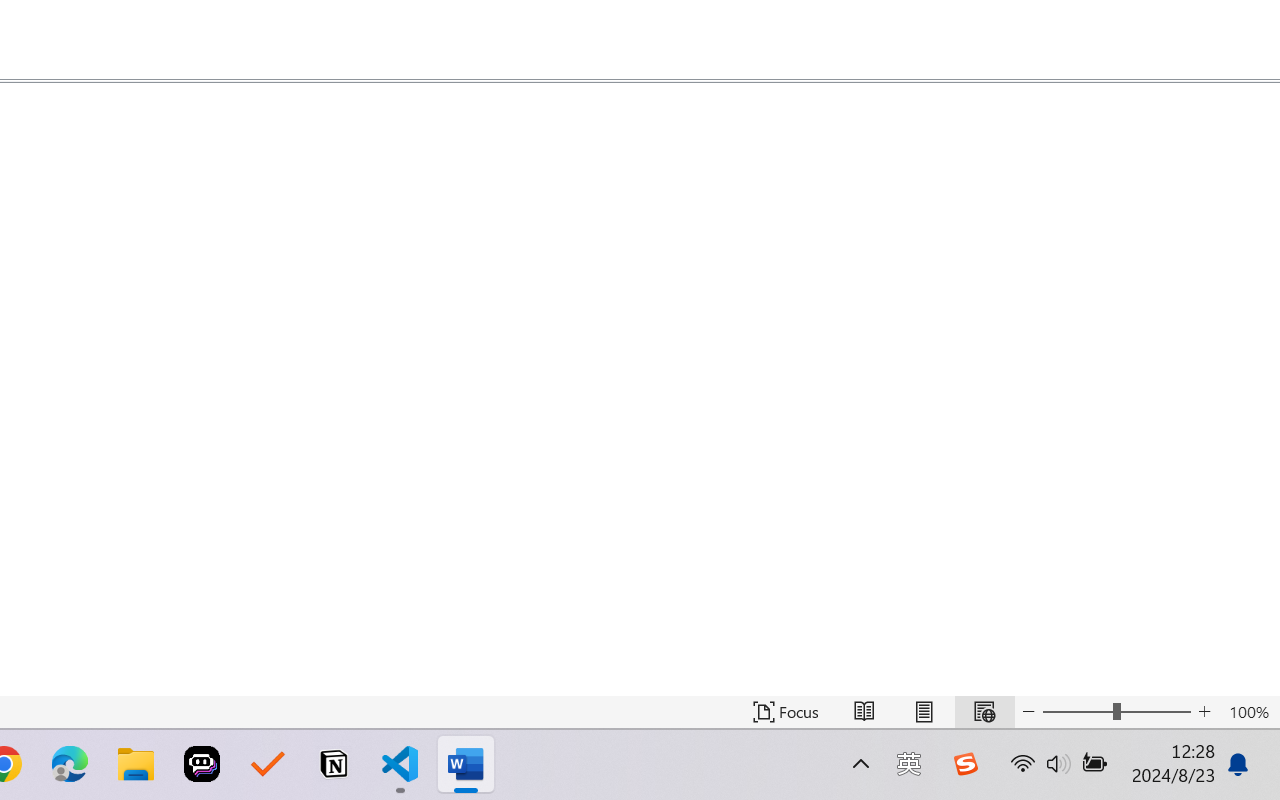 The image size is (1280, 800). Describe the element at coordinates (1248, 711) in the screenshot. I see `'Zoom 100%'` at that location.